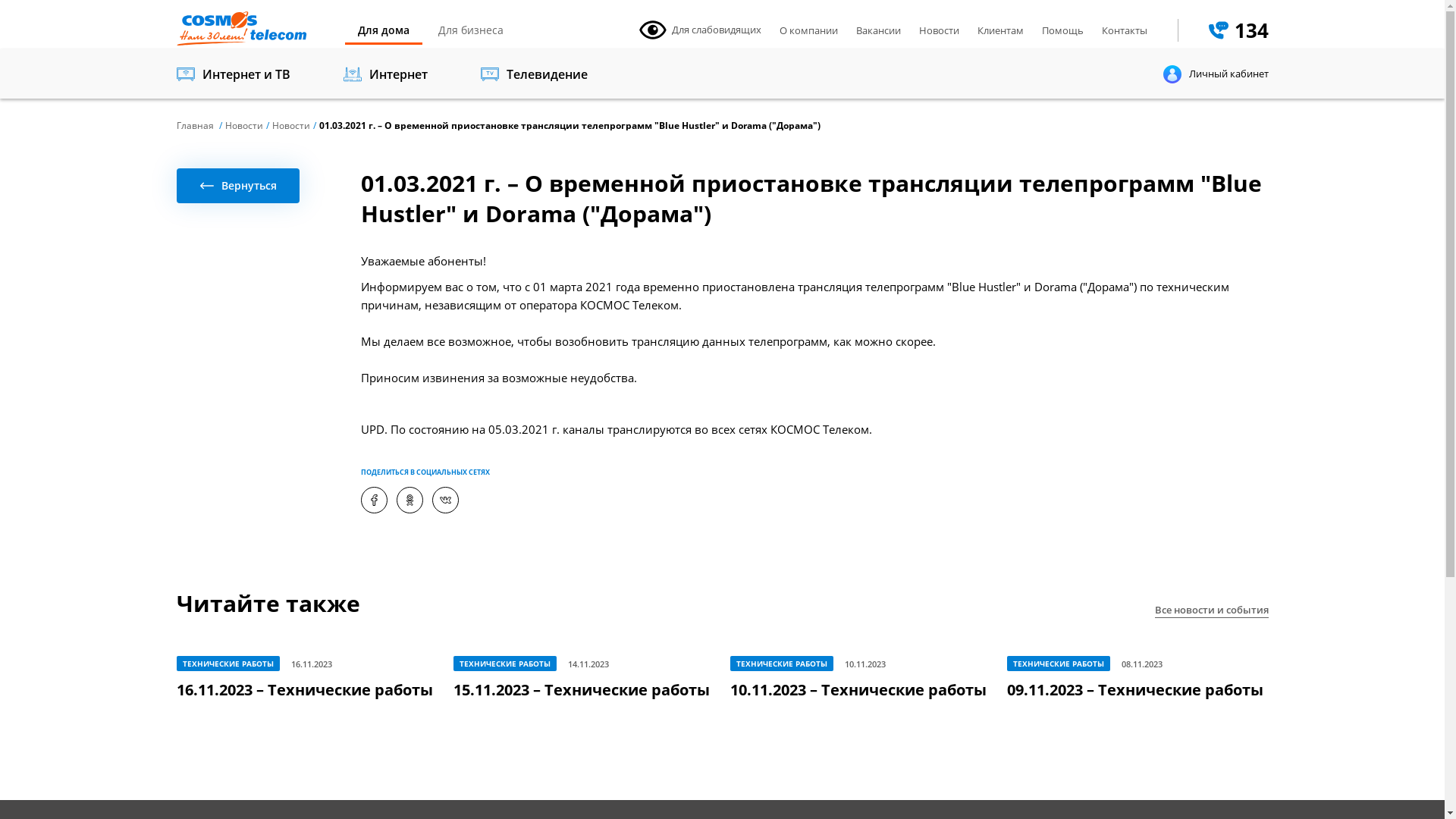  What do you see at coordinates (1238, 30) in the screenshot?
I see `'134'` at bounding box center [1238, 30].